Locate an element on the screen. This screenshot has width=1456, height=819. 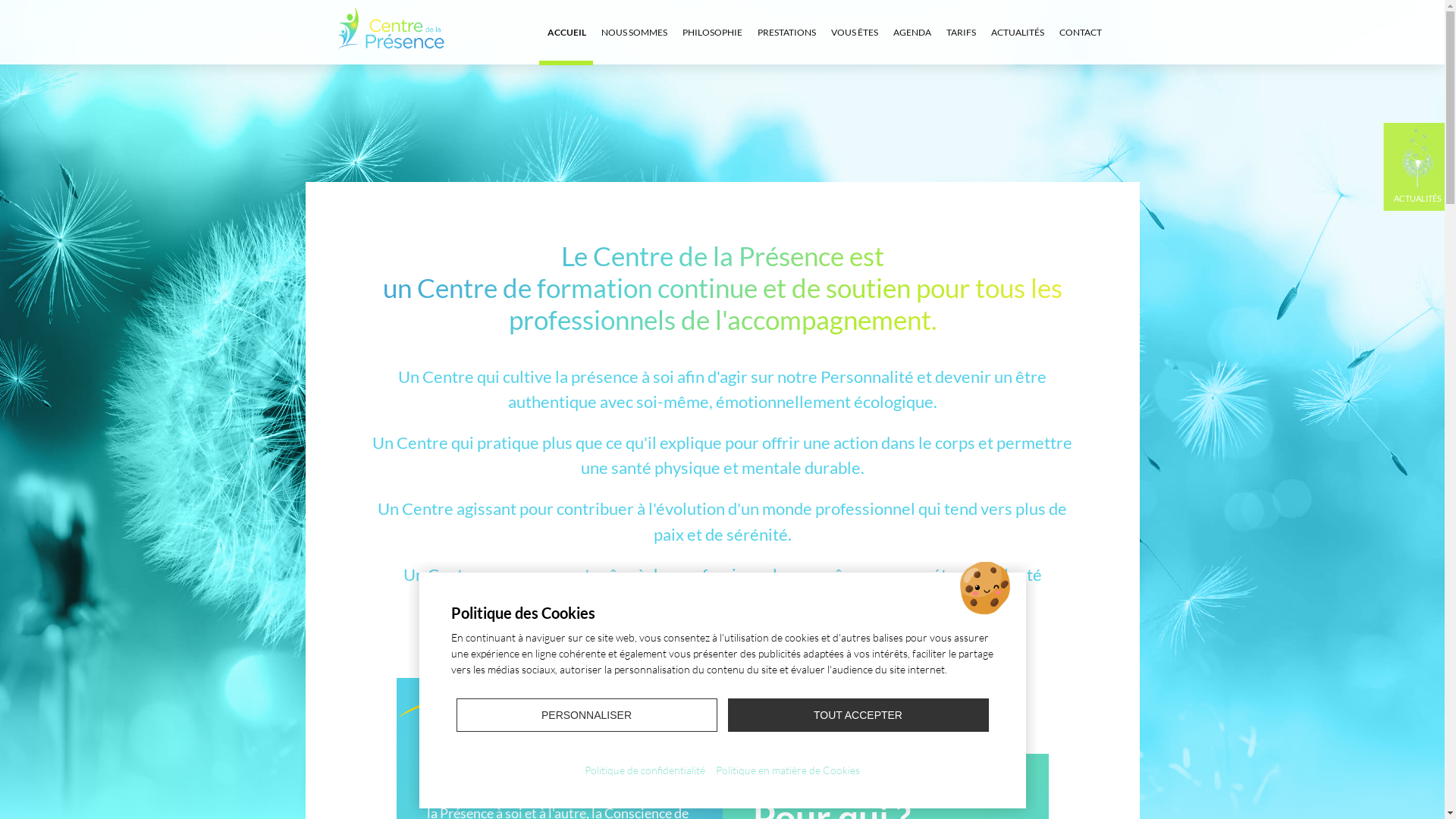
'PHILOSOPHIE' is located at coordinates (711, 32).